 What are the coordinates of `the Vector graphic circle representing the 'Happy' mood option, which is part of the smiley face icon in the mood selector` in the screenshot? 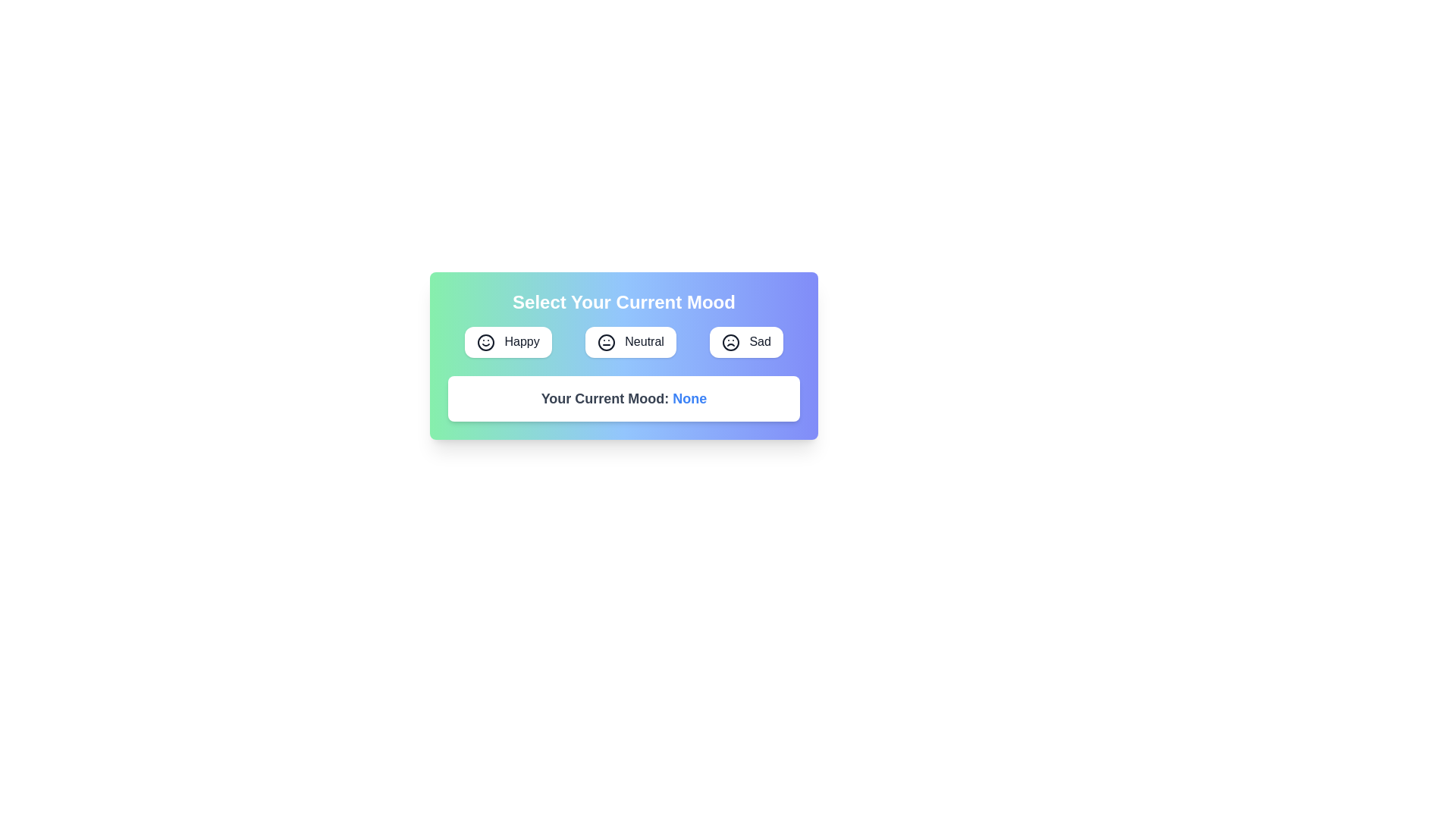 It's located at (486, 342).